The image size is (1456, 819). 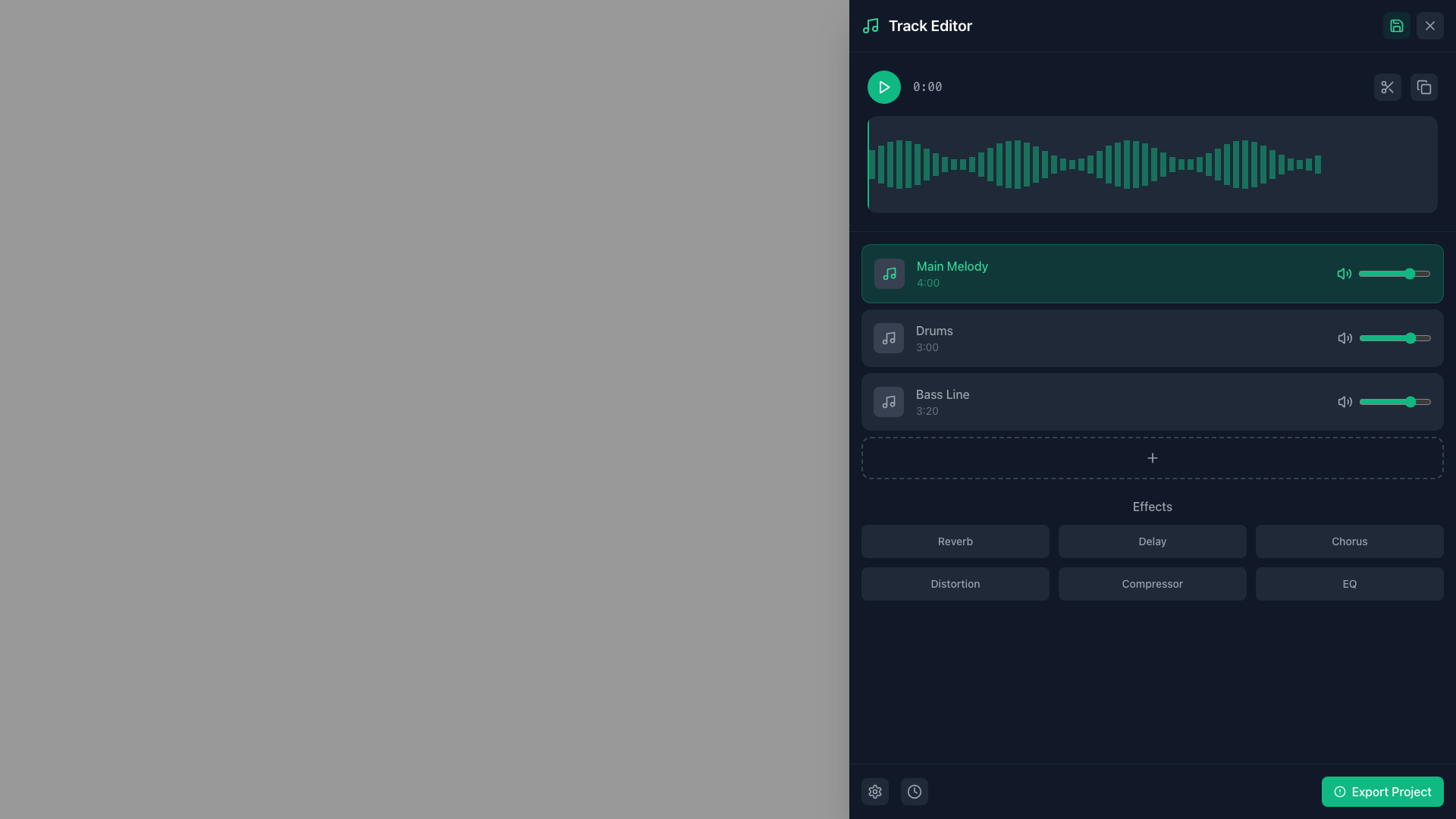 What do you see at coordinates (1298, 164) in the screenshot?
I see `the 44th graphical bar segment in the horizontal bar chart` at bounding box center [1298, 164].